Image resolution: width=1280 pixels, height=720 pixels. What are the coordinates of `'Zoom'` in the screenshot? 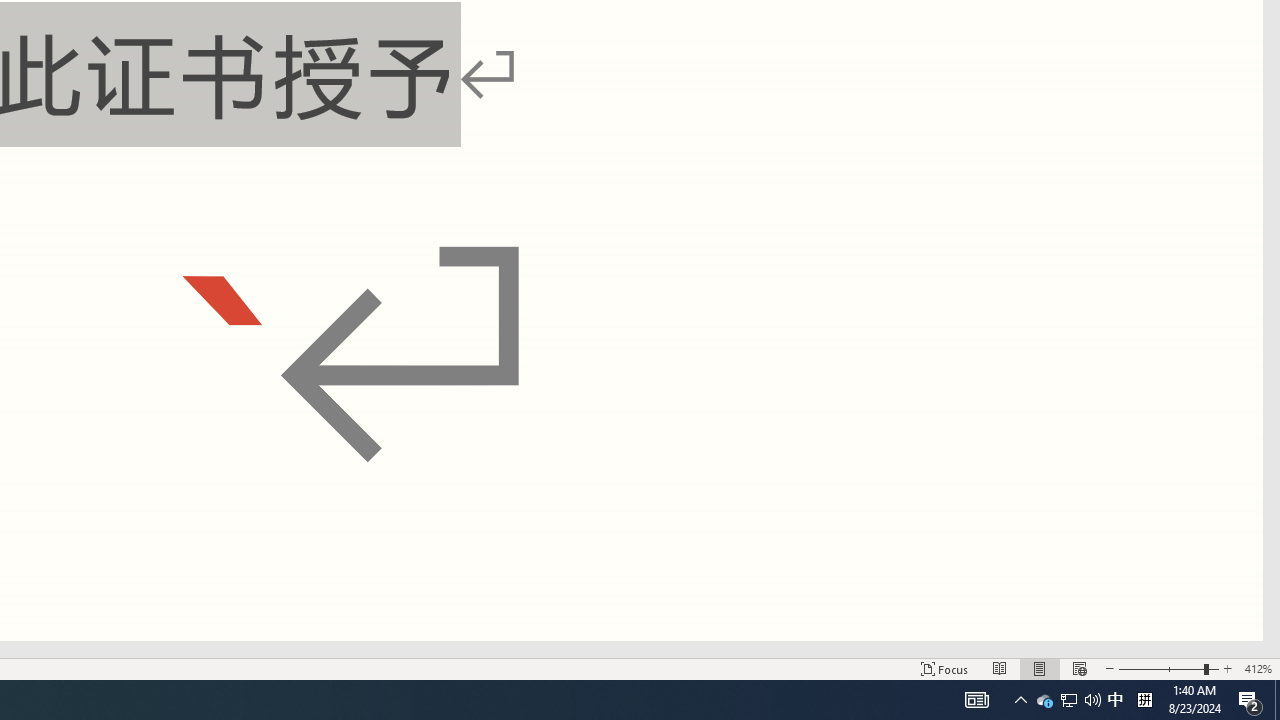 It's located at (1168, 669).